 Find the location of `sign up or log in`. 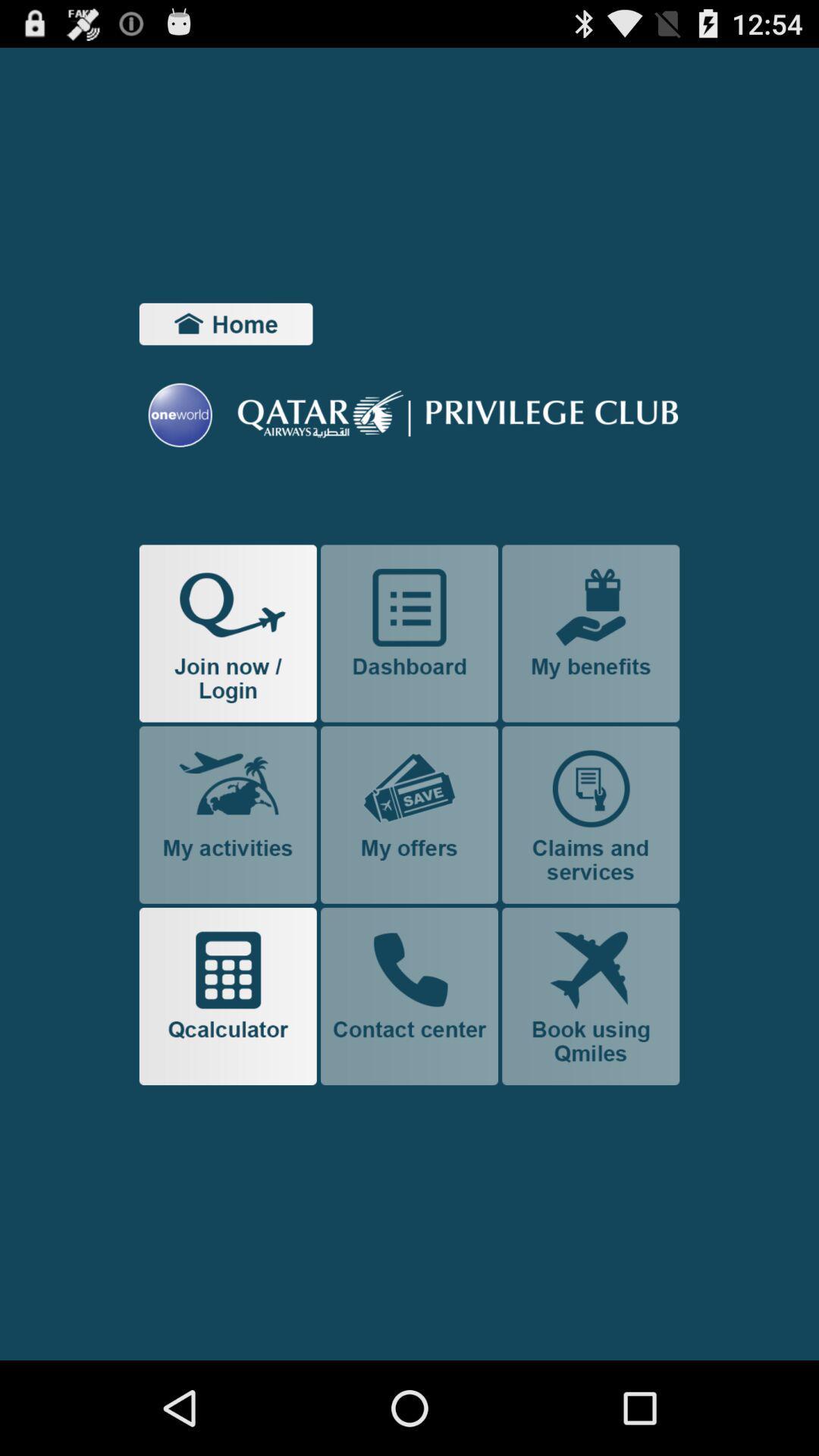

sign up or log in is located at coordinates (227, 633).